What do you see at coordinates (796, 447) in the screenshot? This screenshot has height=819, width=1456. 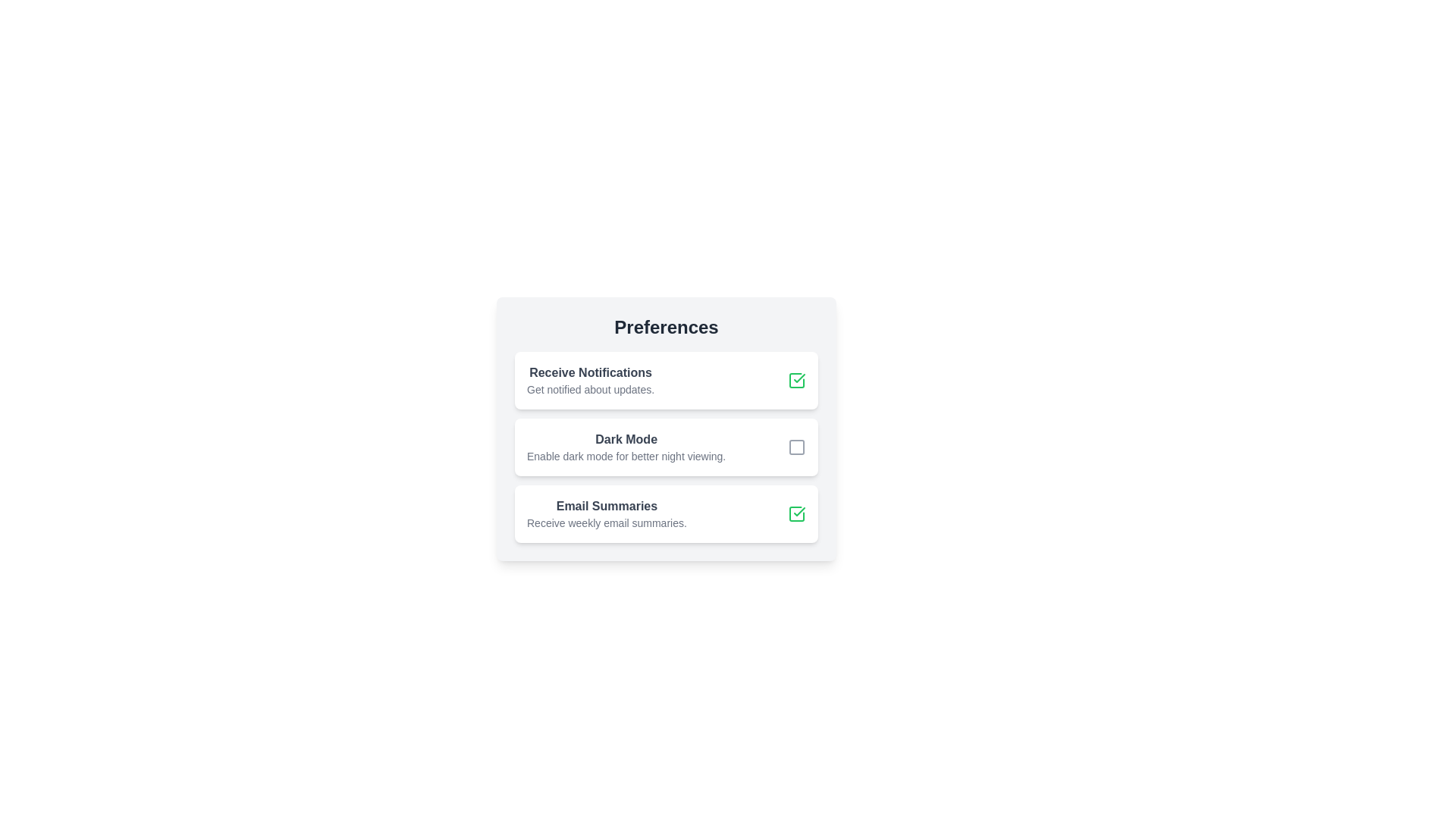 I see `the checkbox in the top-right corner of the 'Dark Mode' setting option` at bounding box center [796, 447].